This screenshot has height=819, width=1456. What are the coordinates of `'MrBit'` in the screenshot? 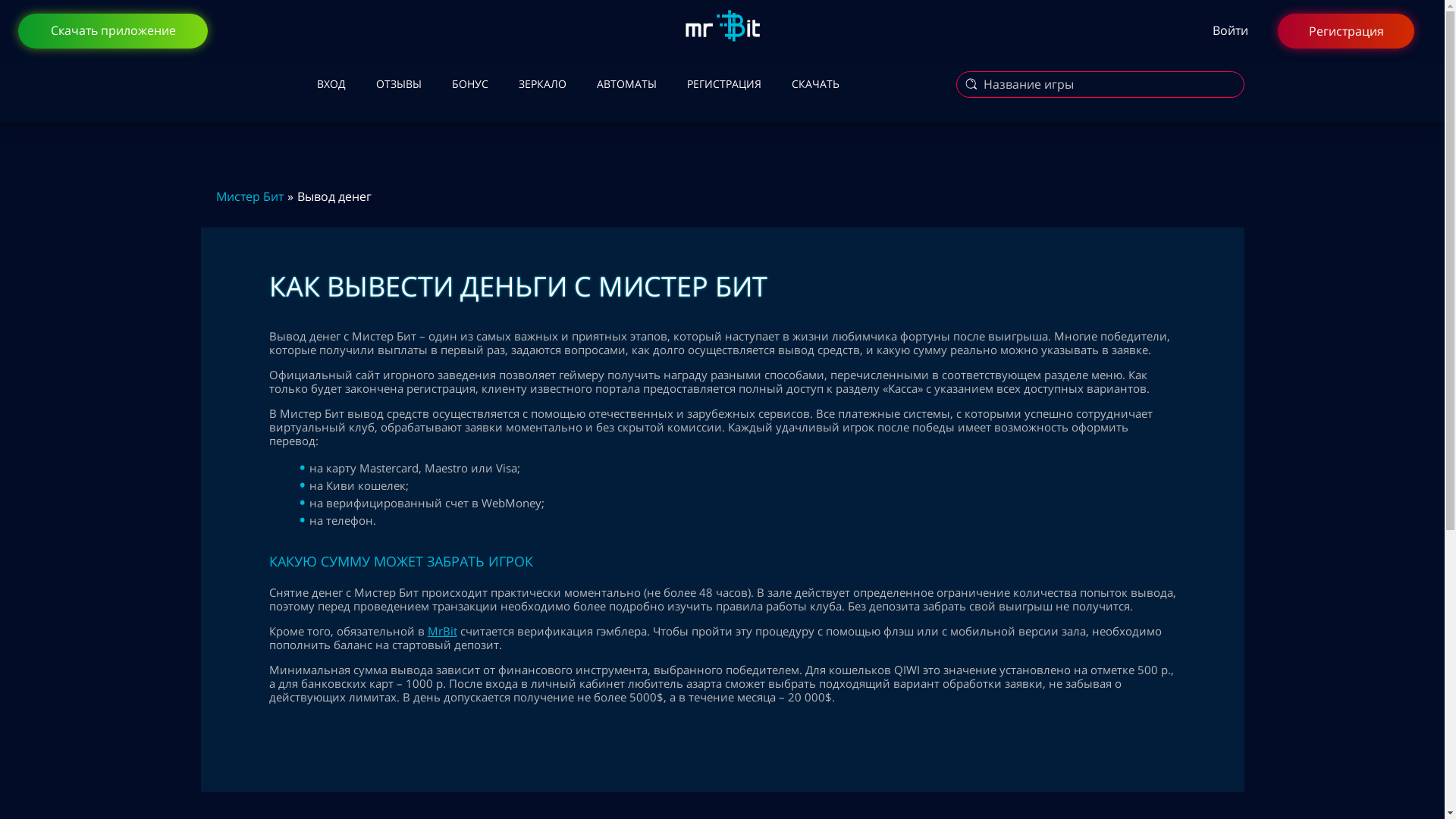 It's located at (441, 631).